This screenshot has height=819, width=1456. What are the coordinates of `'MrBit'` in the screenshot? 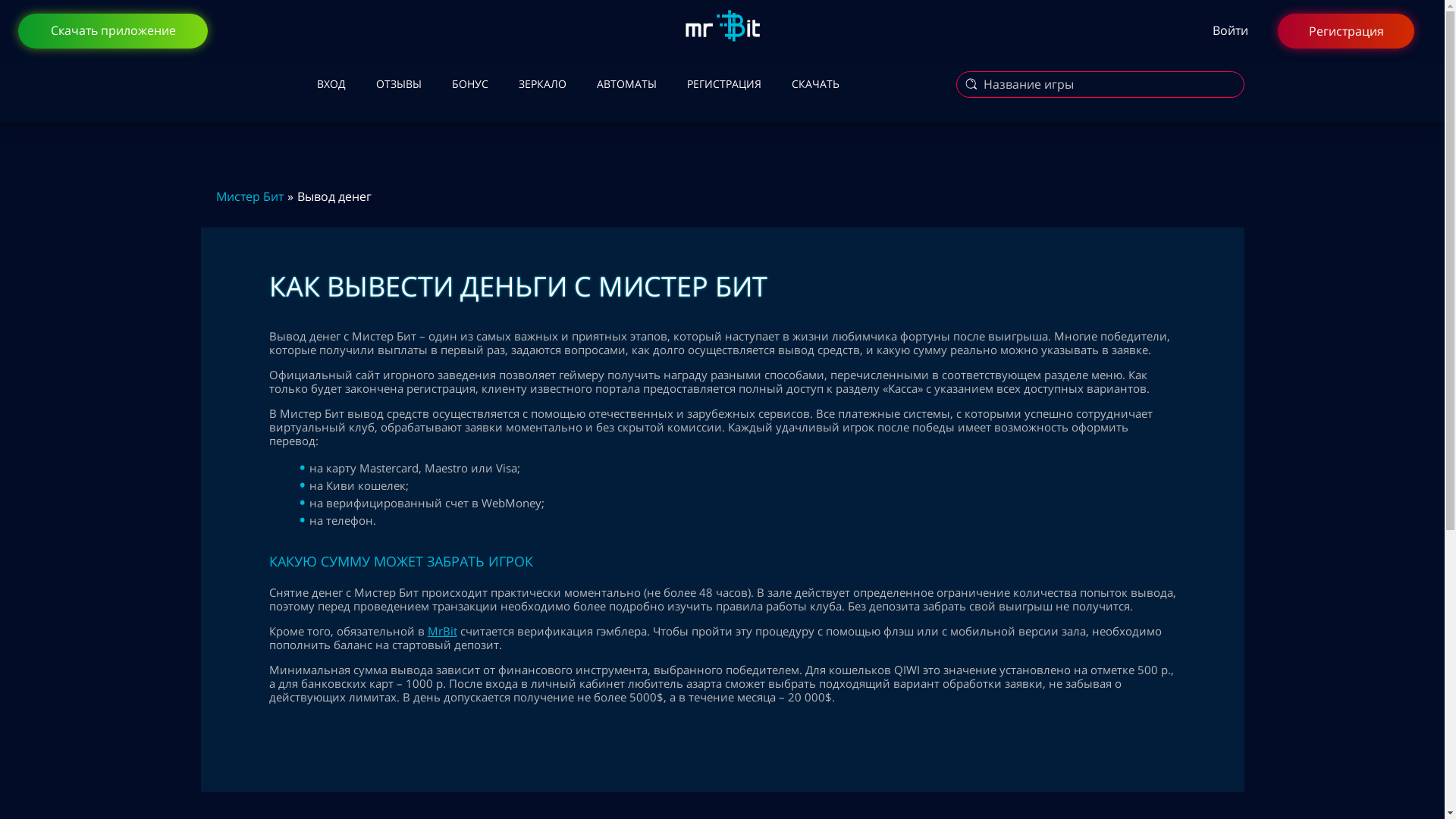 It's located at (441, 631).